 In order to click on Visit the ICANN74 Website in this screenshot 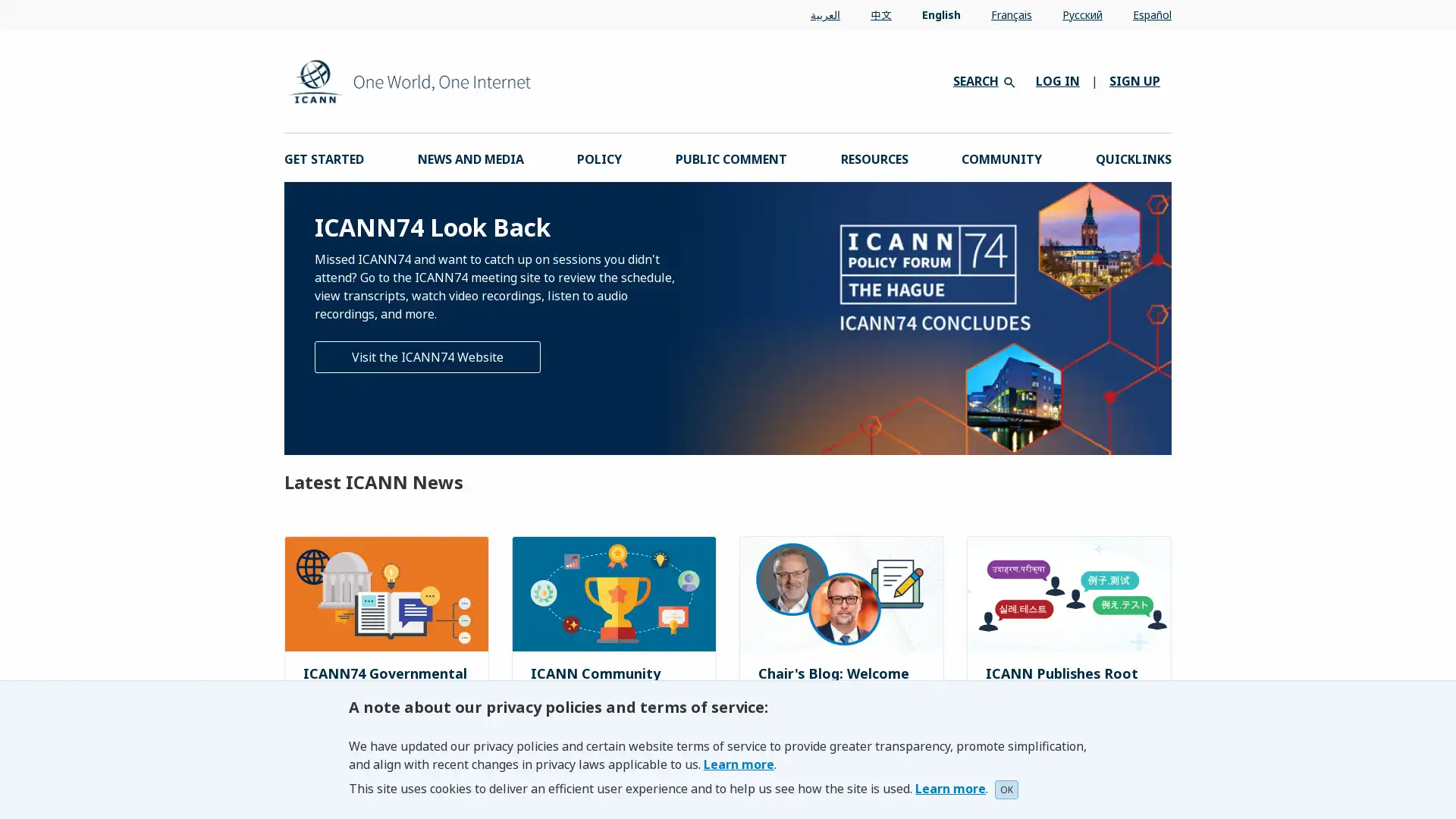, I will do `click(427, 356)`.